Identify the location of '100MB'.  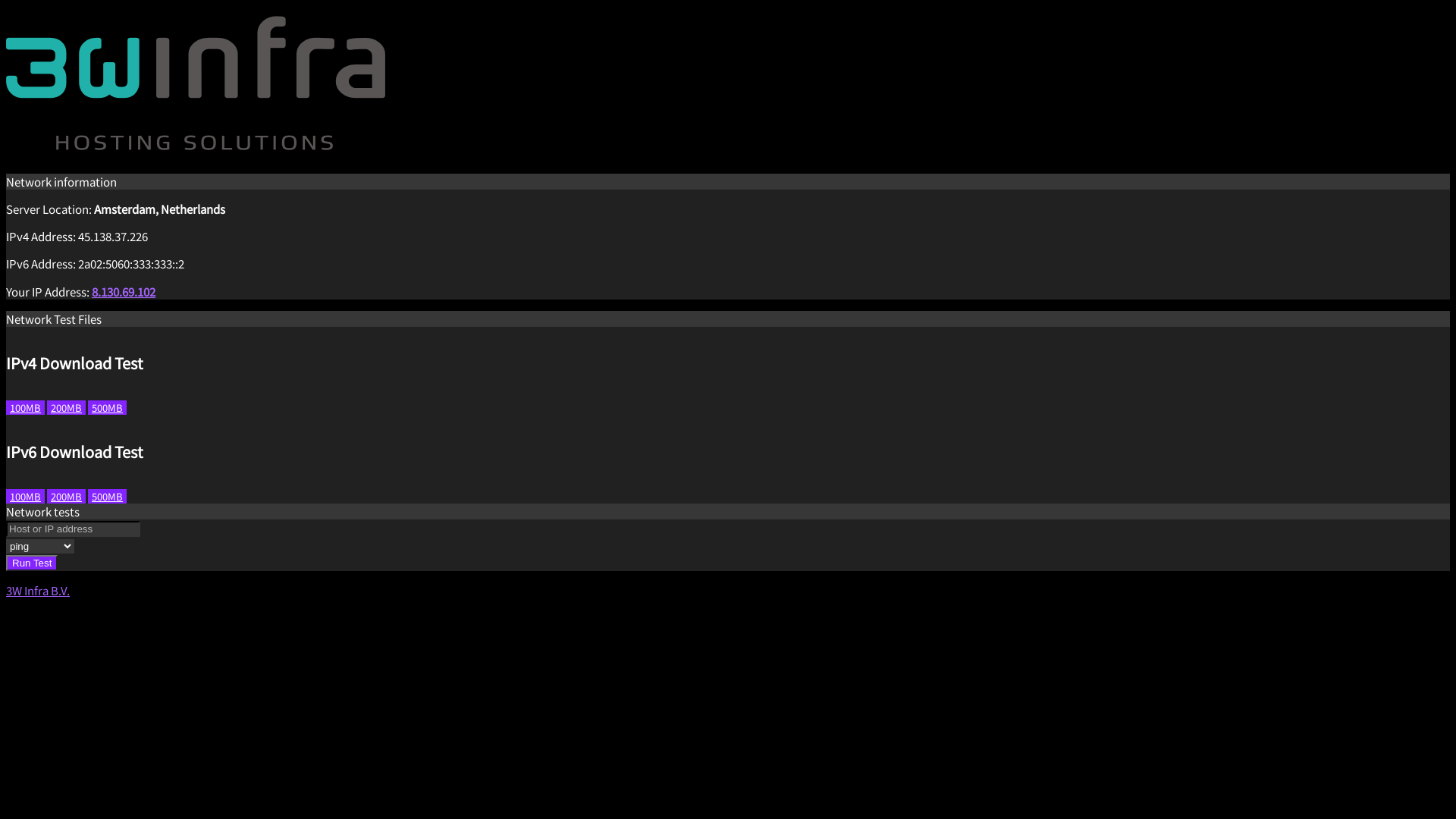
(25, 406).